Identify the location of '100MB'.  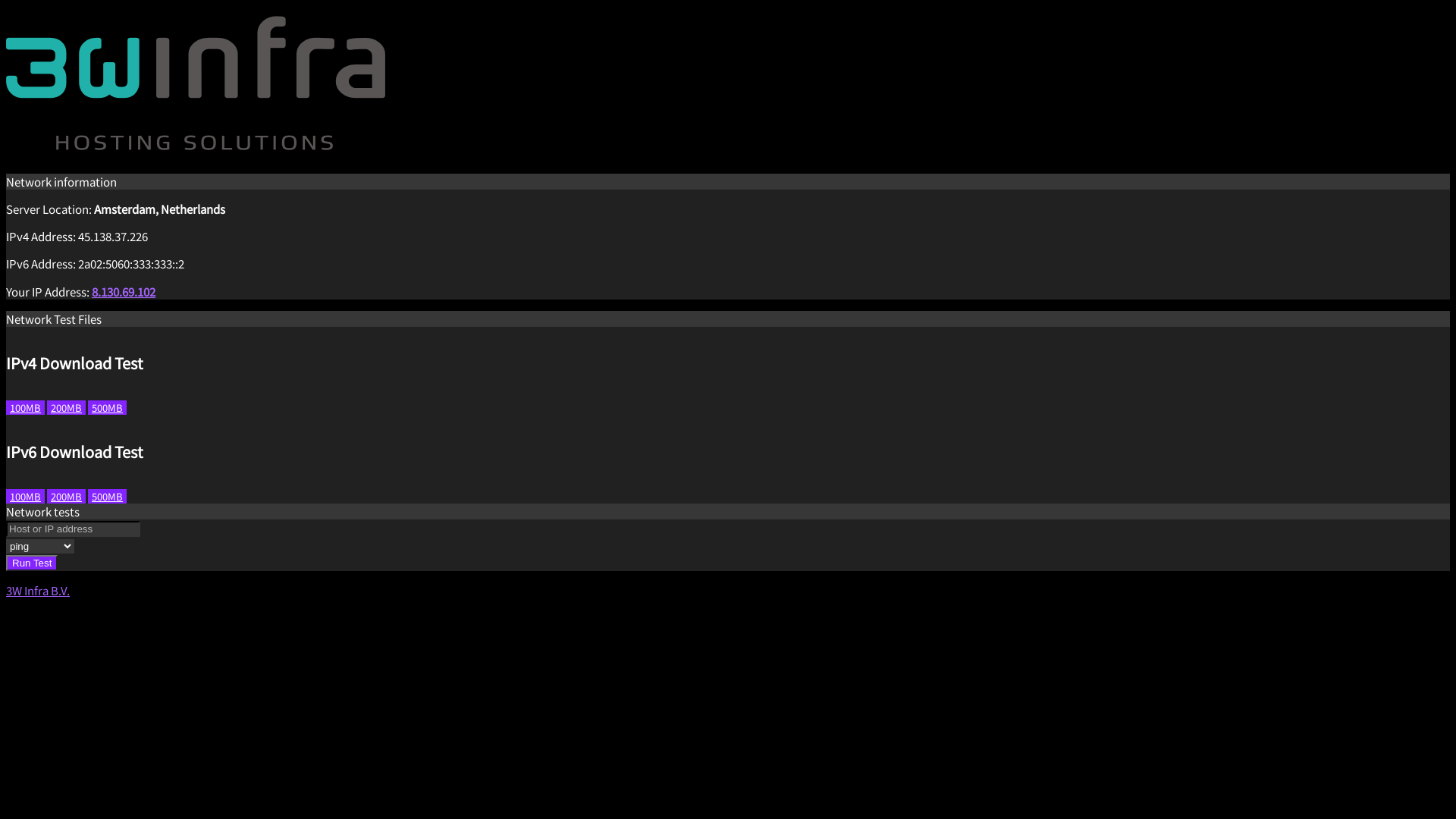
(25, 406).